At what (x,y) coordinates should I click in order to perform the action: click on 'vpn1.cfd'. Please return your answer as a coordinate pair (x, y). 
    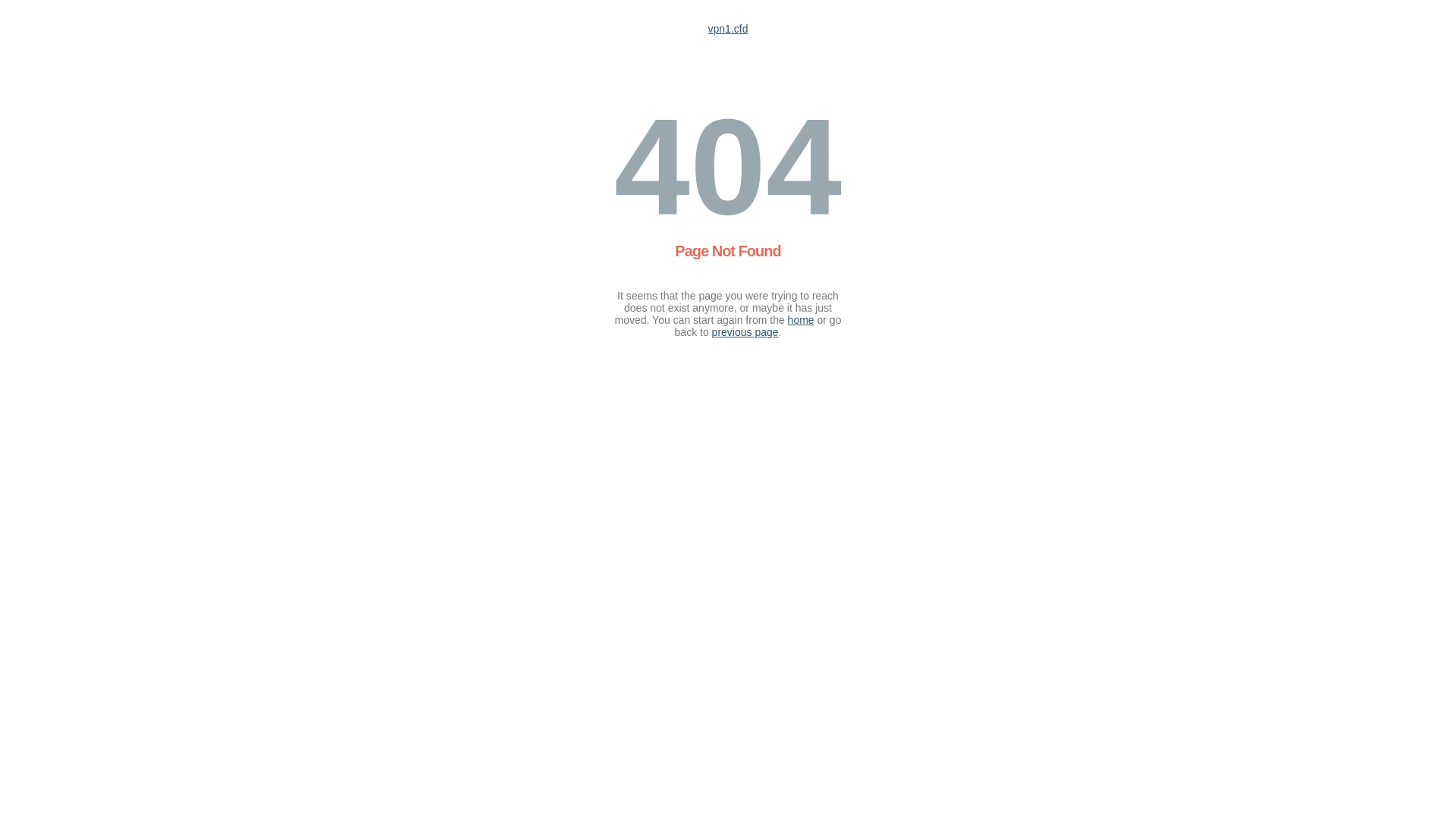
    Looking at the image, I should click on (728, 29).